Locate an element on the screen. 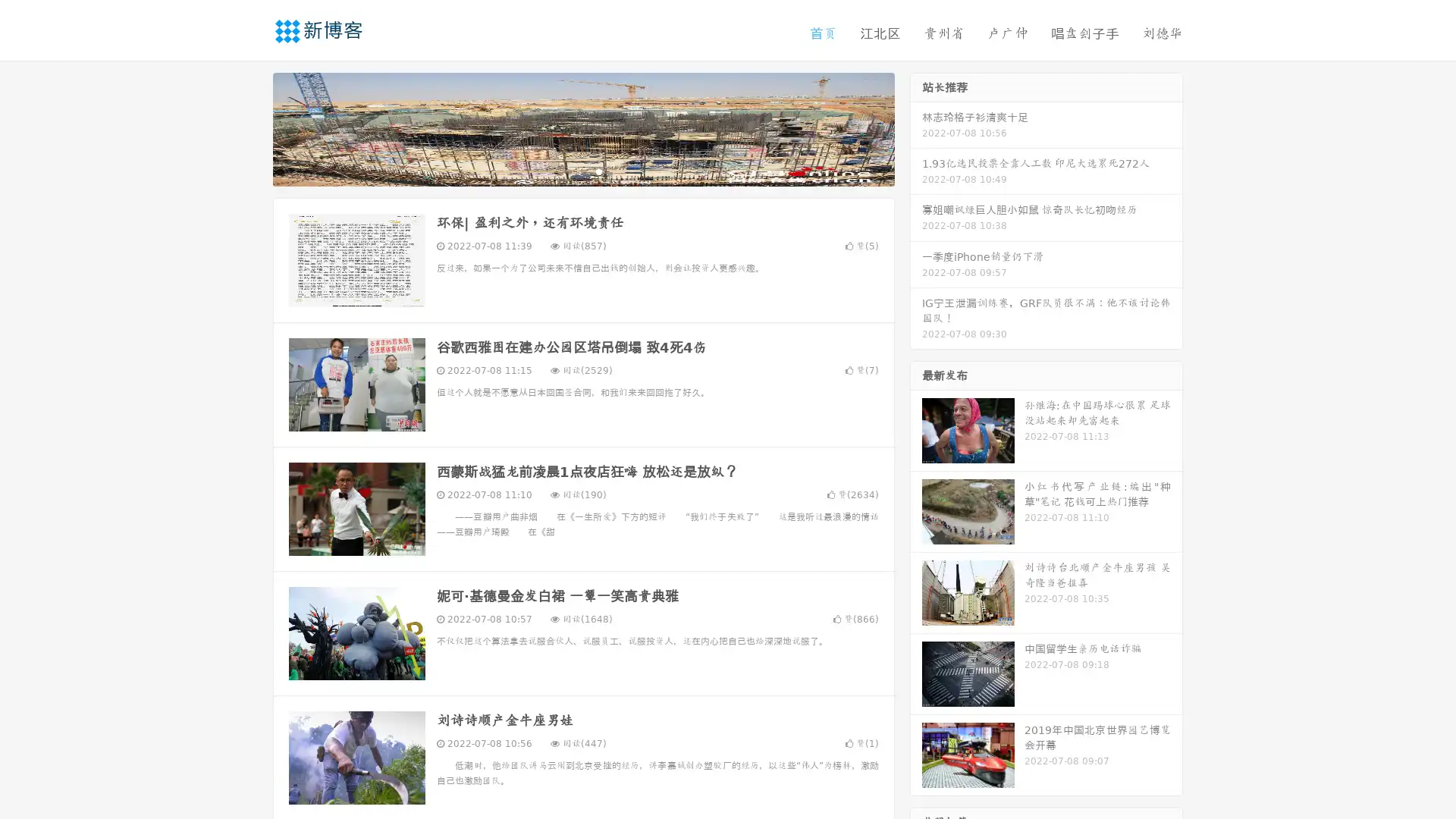 Image resolution: width=1456 pixels, height=819 pixels. Previous slide is located at coordinates (250, 127).